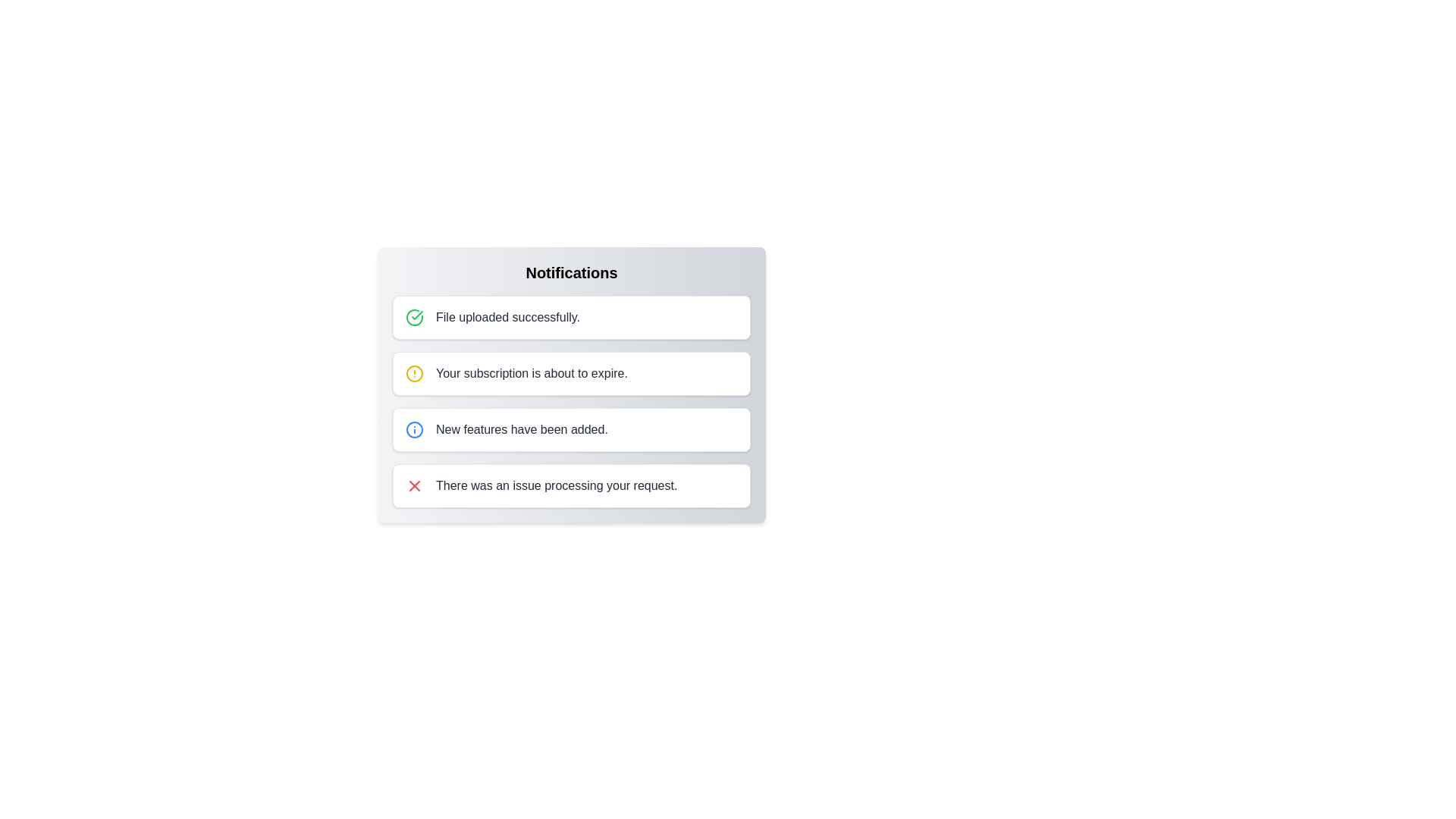  What do you see at coordinates (556, 485) in the screenshot?
I see `the static text element that serves as an alert description in the fourth notification box under the 'Notifications' heading` at bounding box center [556, 485].